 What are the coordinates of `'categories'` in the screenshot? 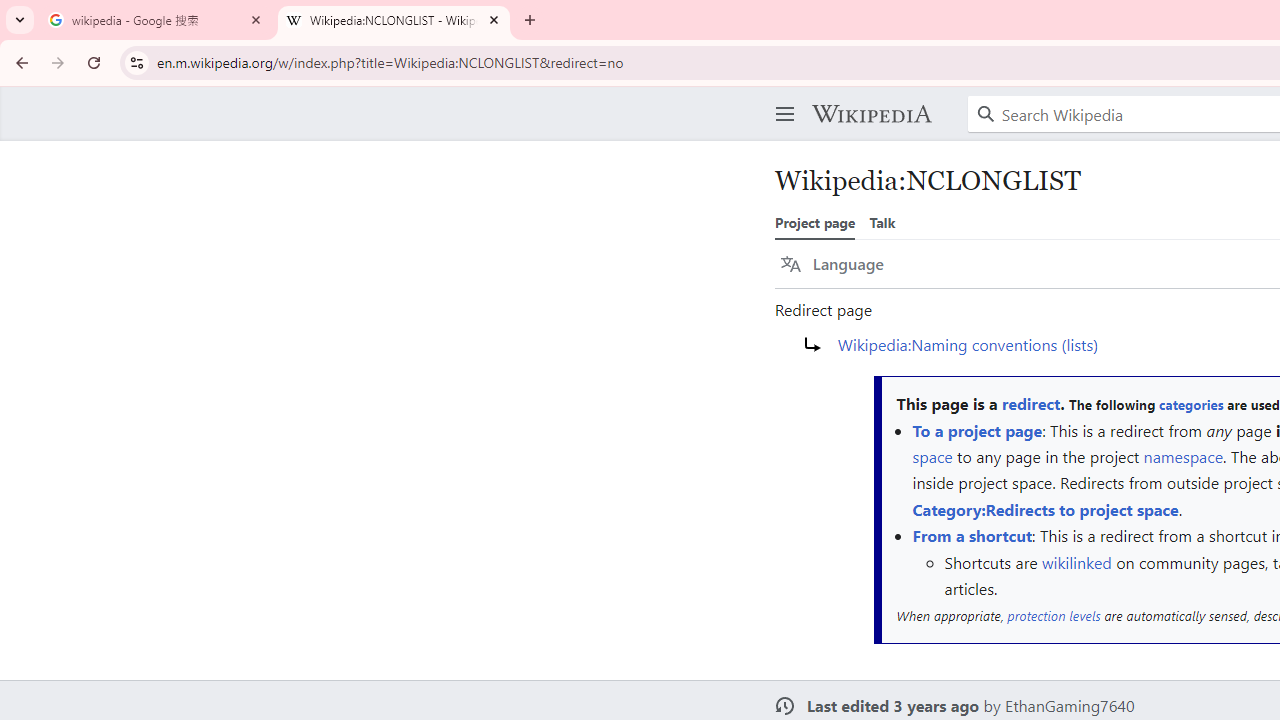 It's located at (1191, 405).